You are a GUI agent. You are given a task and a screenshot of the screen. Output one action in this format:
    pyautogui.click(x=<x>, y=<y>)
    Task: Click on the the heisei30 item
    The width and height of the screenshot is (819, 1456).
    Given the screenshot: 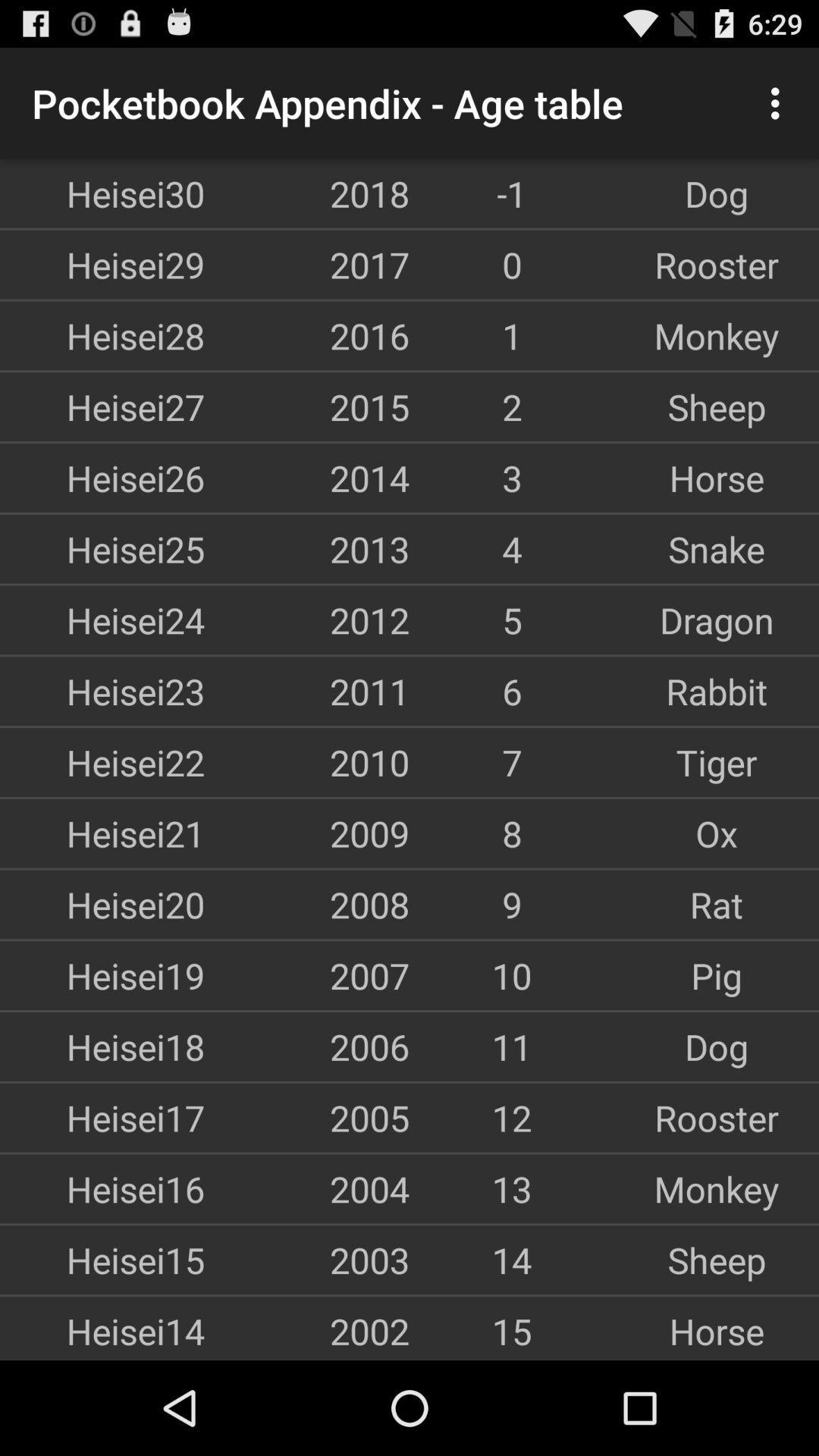 What is the action you would take?
    pyautogui.click(x=102, y=193)
    